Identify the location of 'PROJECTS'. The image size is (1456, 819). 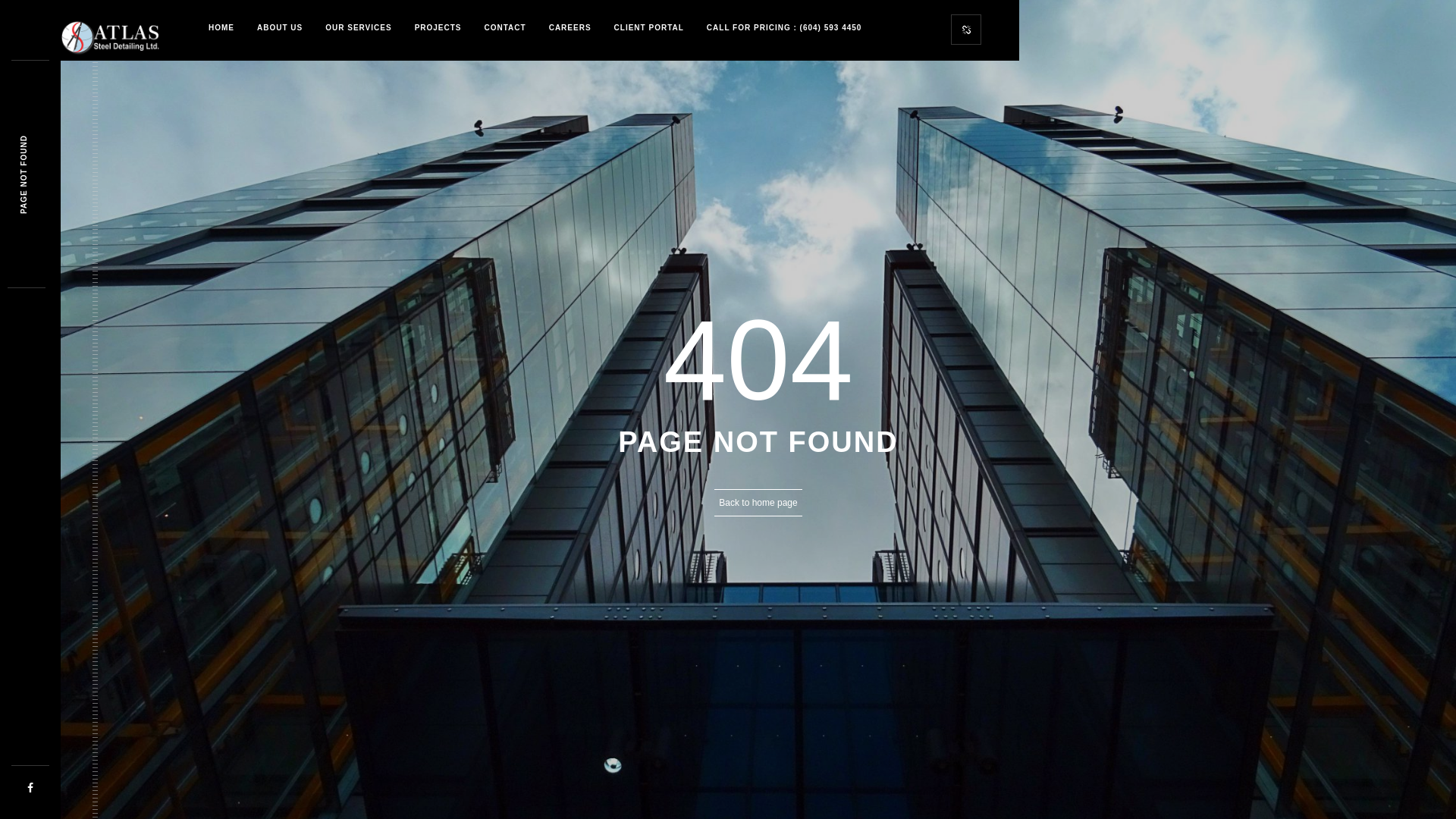
(437, 28).